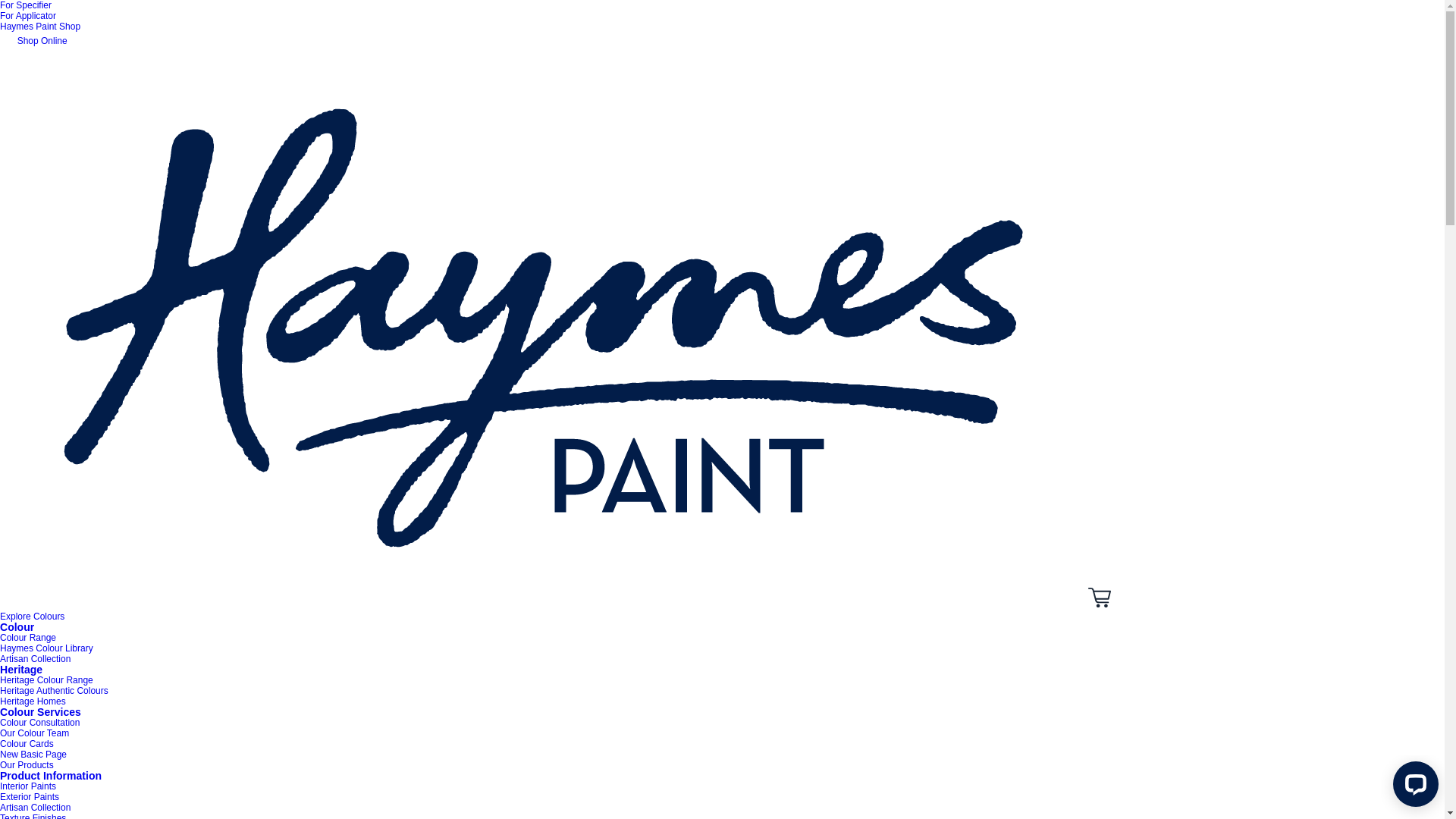 Image resolution: width=1456 pixels, height=819 pixels. Describe the element at coordinates (0, 5) in the screenshot. I see `'For Specifier'` at that location.